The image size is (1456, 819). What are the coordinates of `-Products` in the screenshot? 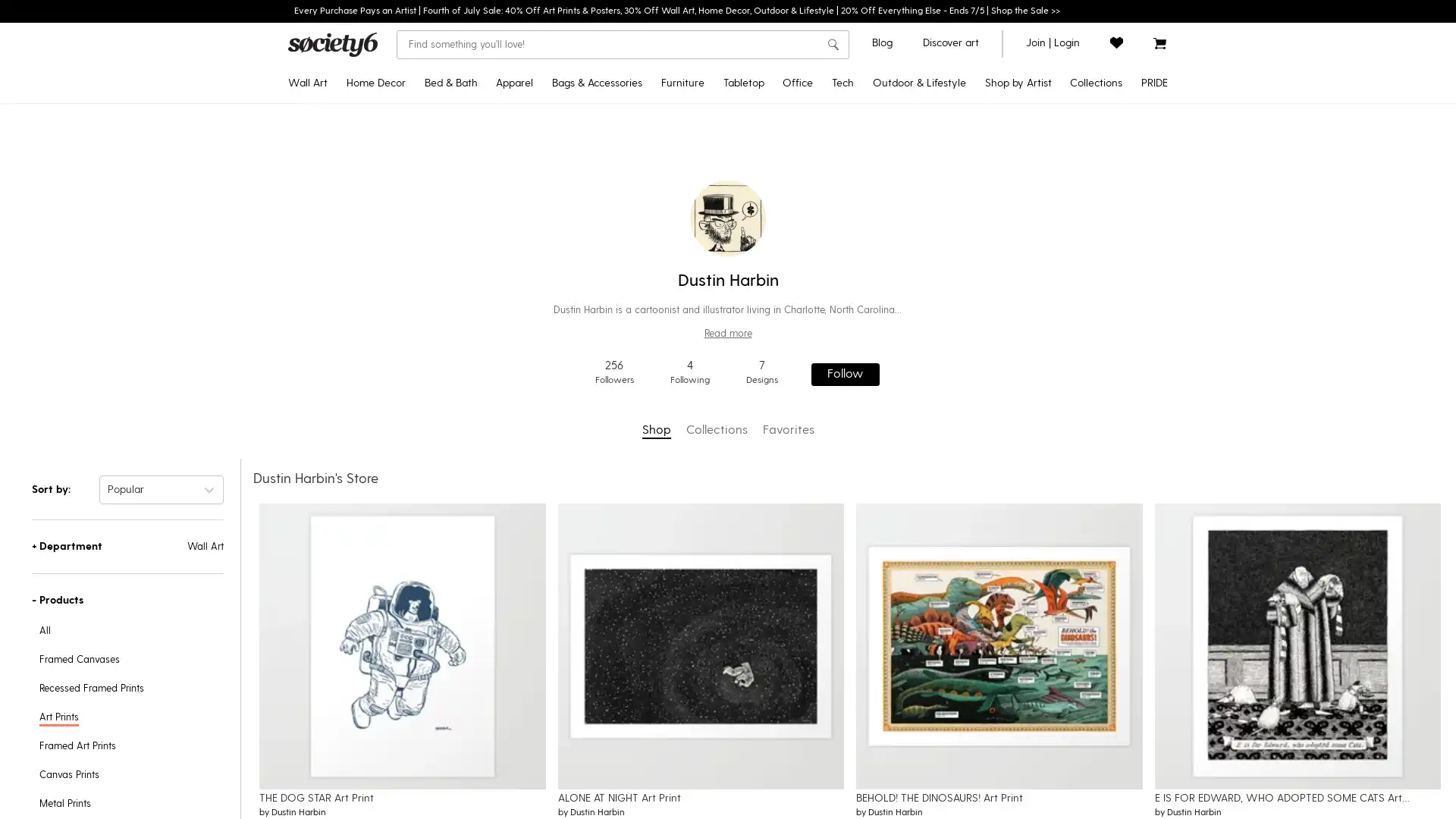 It's located at (127, 598).